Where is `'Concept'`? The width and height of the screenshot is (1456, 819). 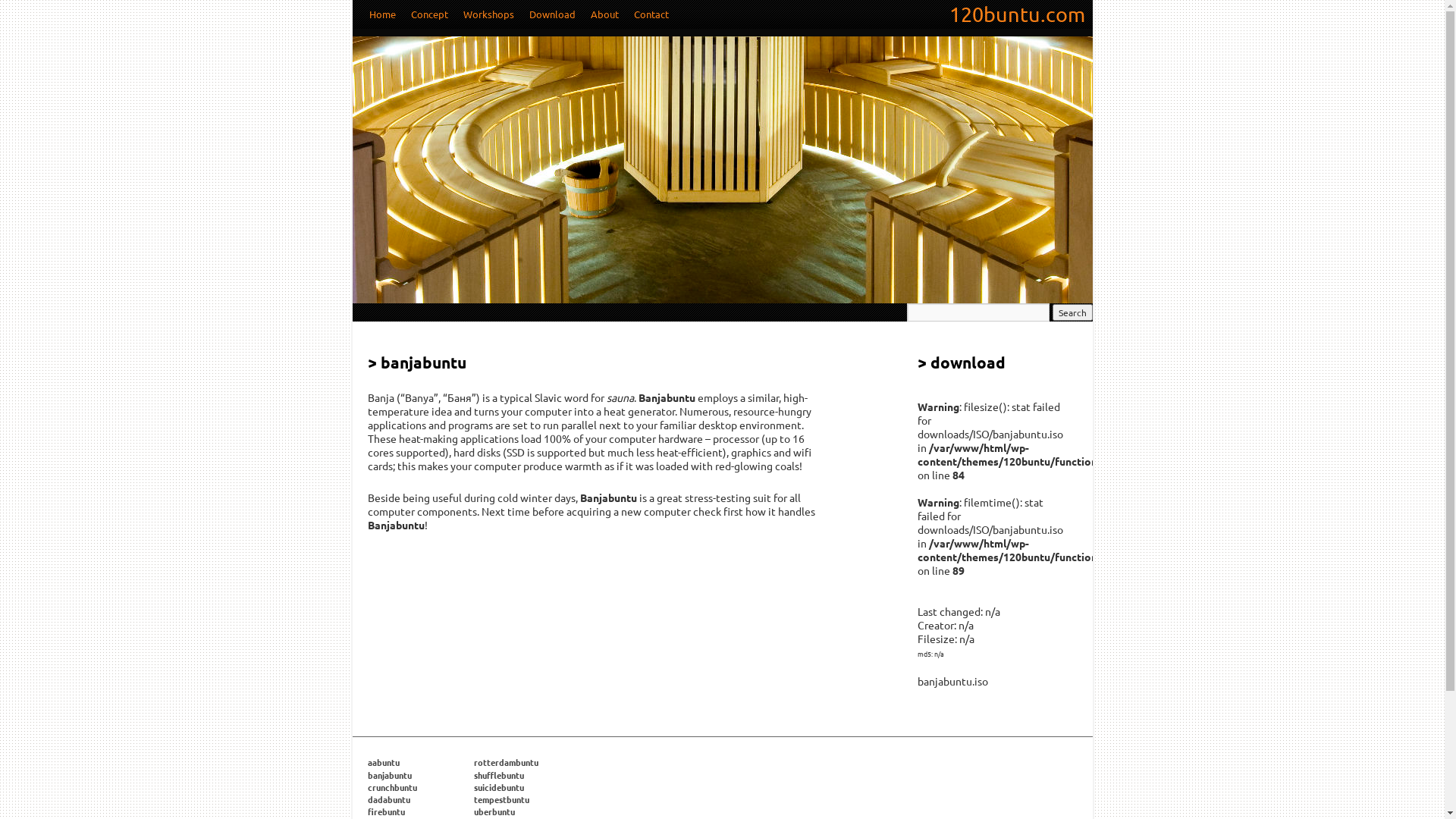 'Concept' is located at coordinates (428, 14).